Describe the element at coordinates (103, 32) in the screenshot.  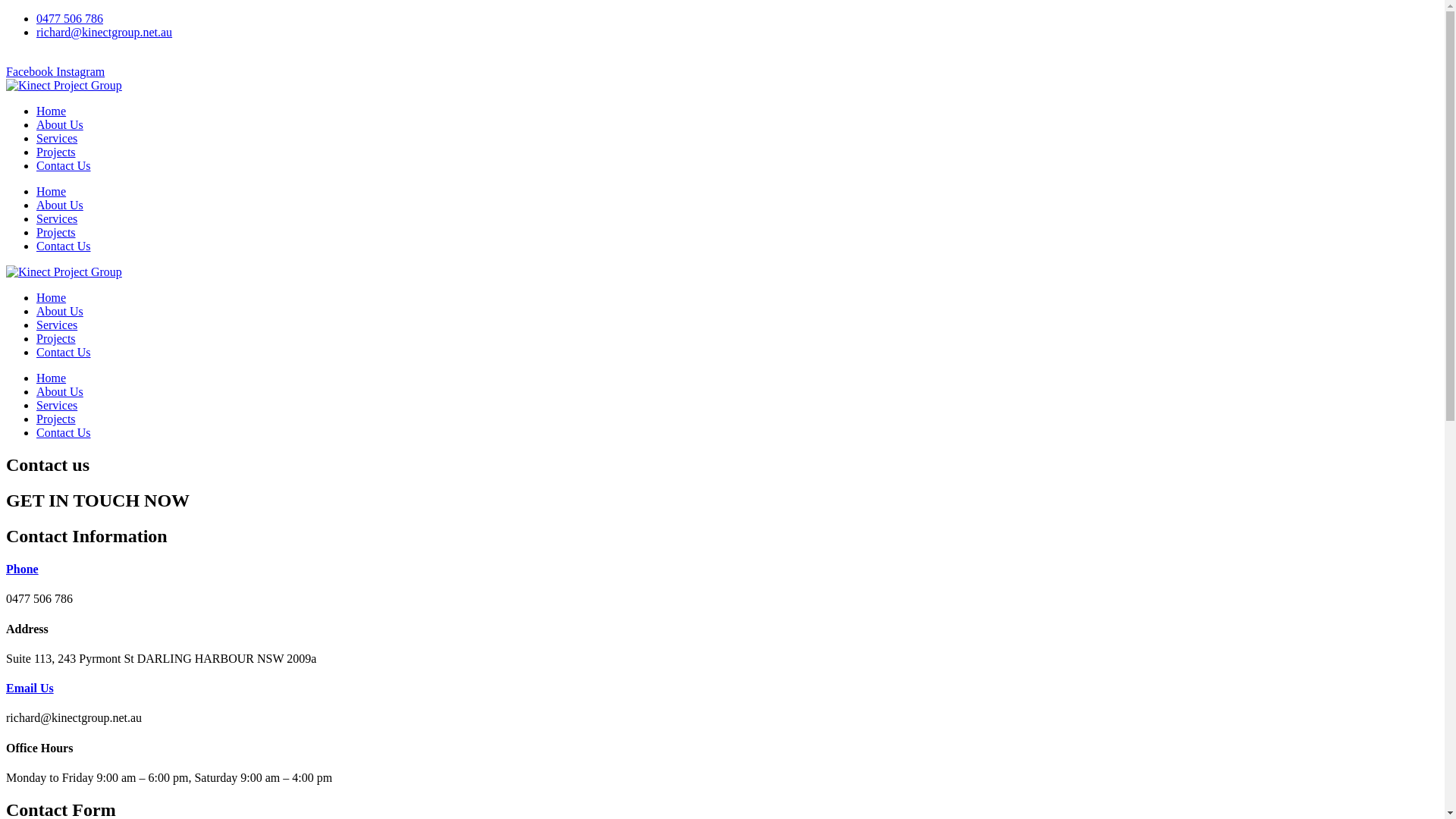
I see `'richard@kinectgroup.net.au'` at that location.